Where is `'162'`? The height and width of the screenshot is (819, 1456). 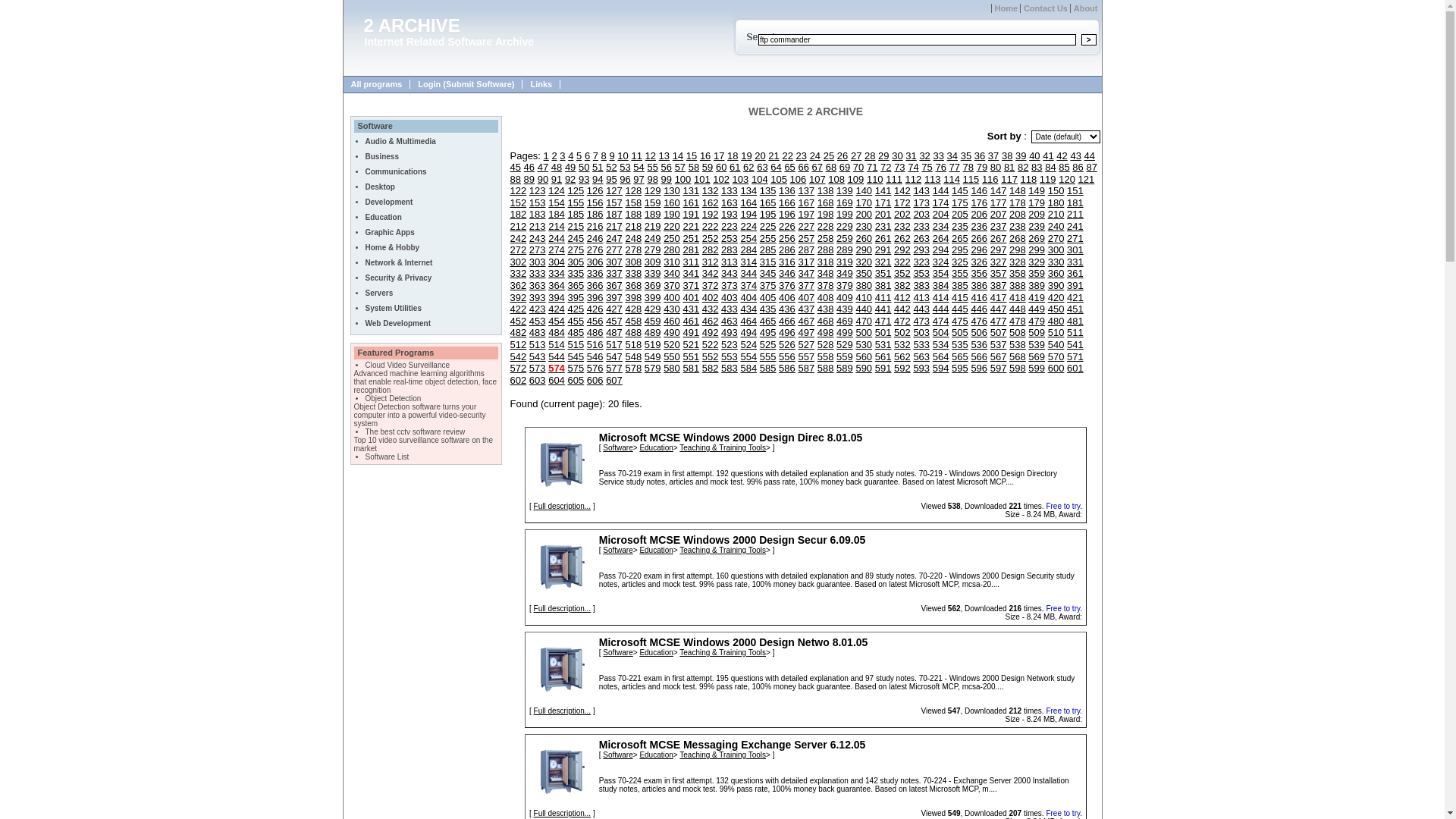 '162' is located at coordinates (701, 202).